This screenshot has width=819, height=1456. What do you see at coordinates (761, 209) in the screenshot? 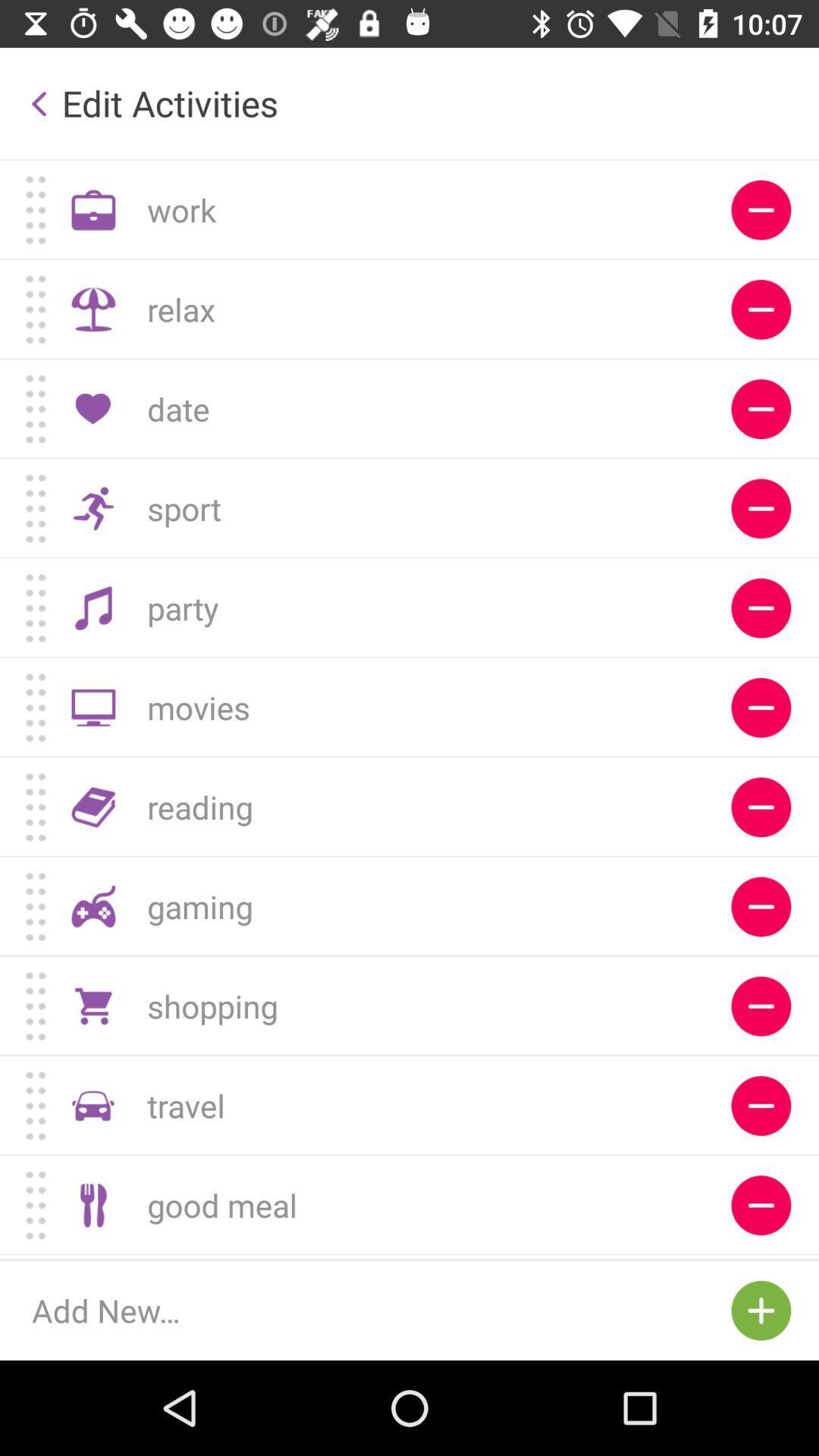
I see `delete work activity` at bounding box center [761, 209].